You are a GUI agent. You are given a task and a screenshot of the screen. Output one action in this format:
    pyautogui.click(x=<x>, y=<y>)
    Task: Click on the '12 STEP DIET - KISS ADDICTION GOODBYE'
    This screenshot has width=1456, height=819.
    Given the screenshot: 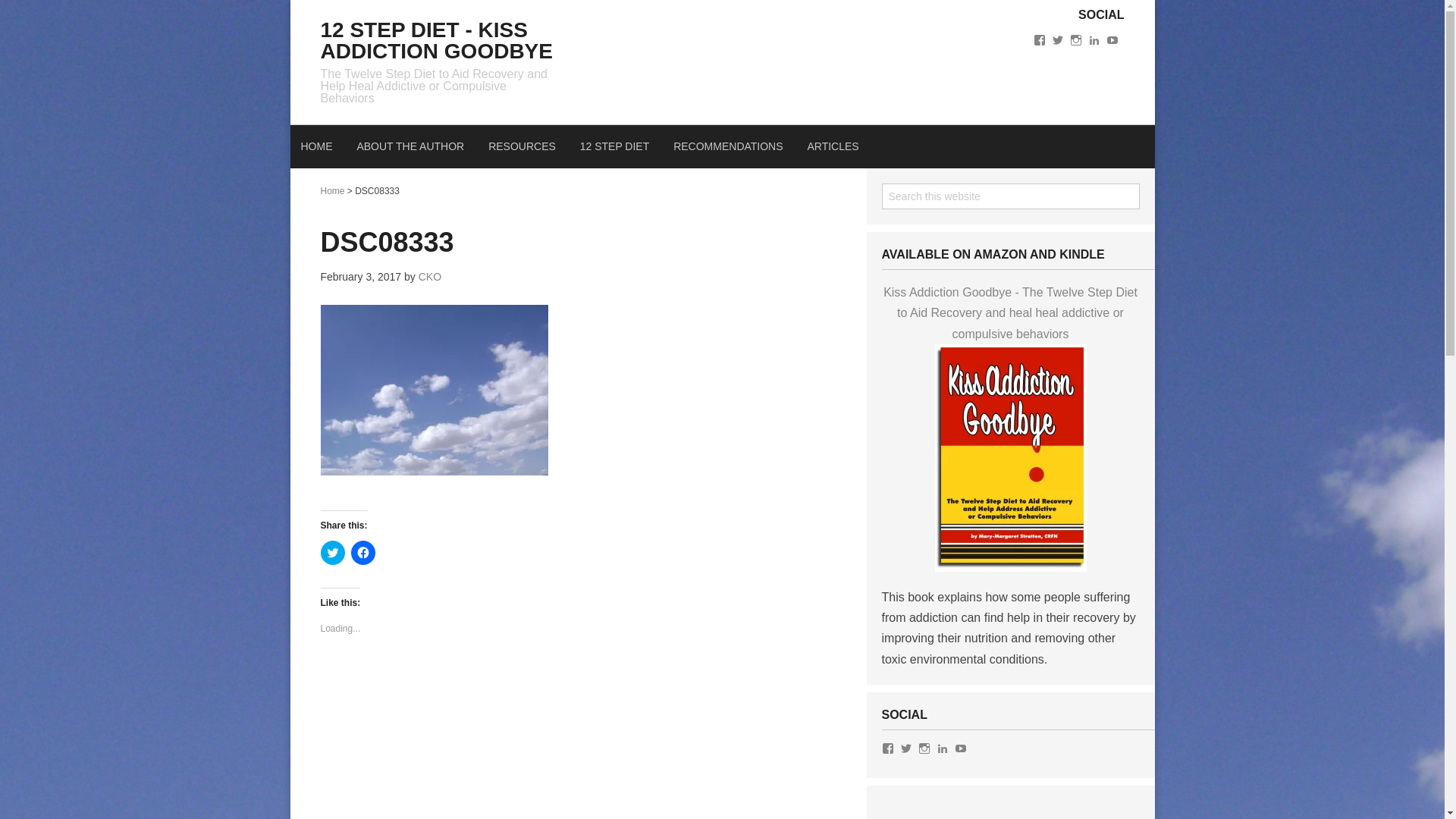 What is the action you would take?
    pyautogui.click(x=435, y=39)
    